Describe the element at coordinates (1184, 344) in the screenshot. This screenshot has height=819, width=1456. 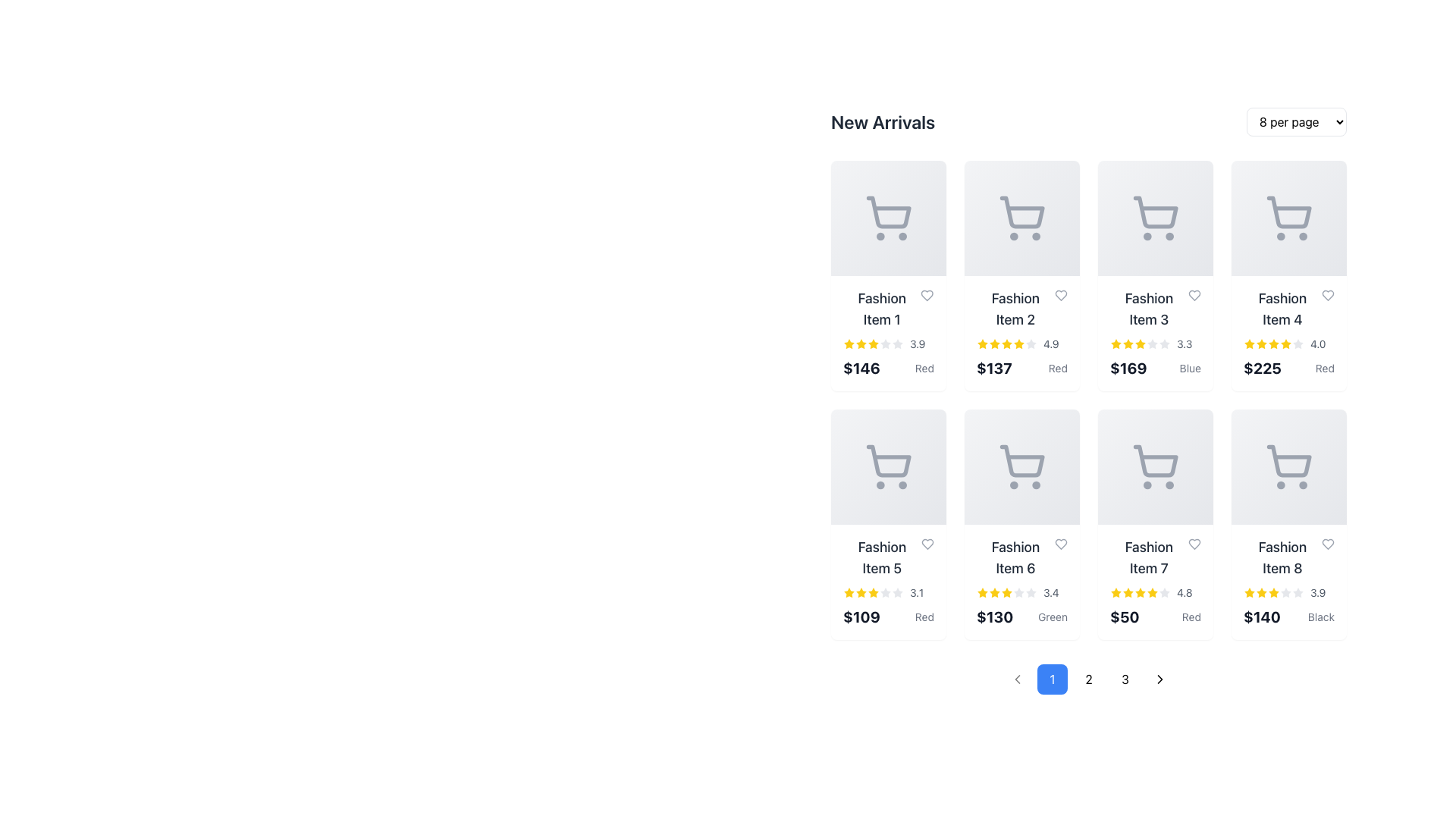
I see `the text label displaying additional information about the rating for 'Fashion Item 3', located at the bottom right of the item's card layout` at that location.